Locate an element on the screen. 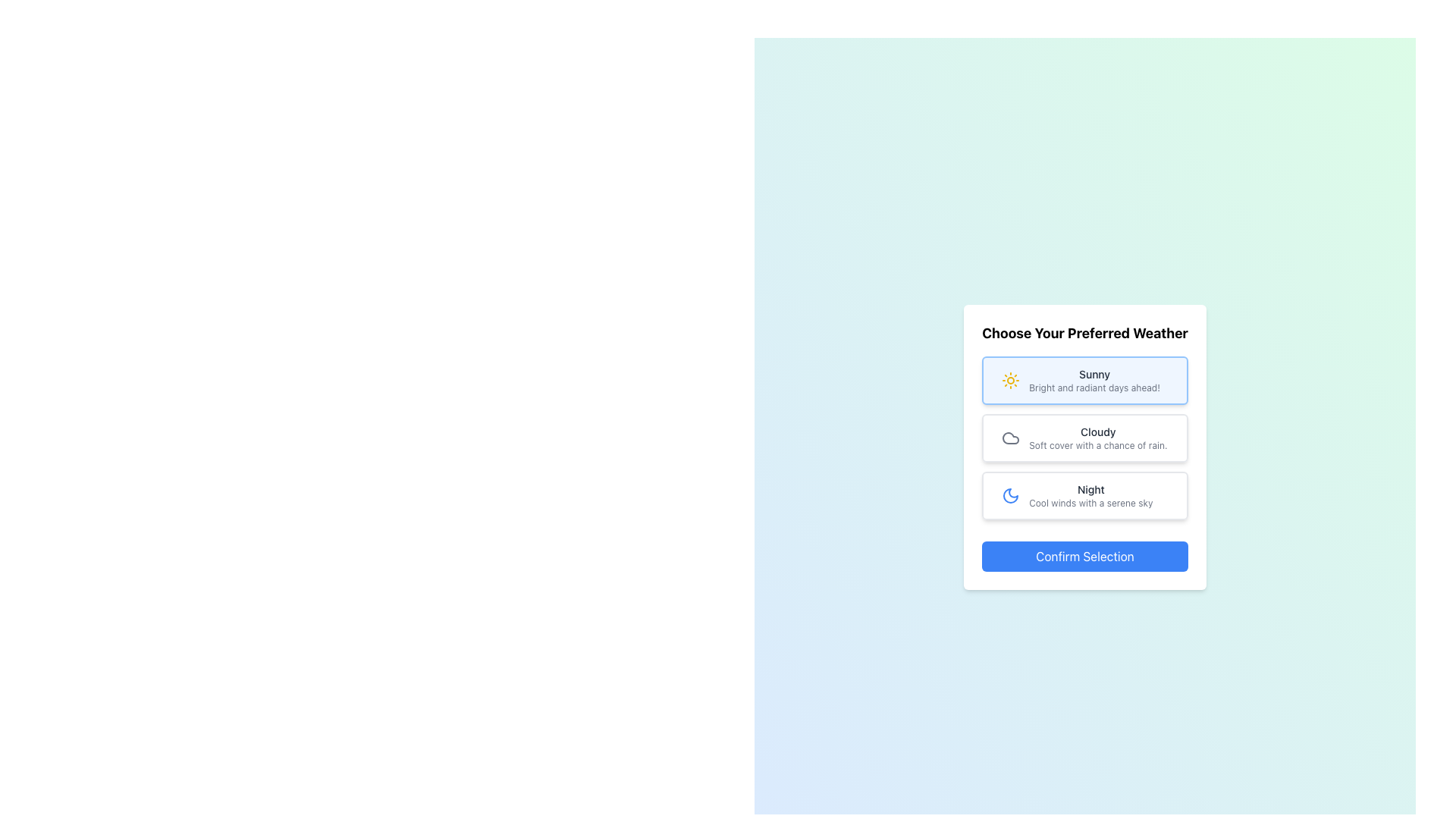 Image resolution: width=1456 pixels, height=819 pixels. the crescent moon icon, which is the third weather option in the selection interface is located at coordinates (1011, 496).